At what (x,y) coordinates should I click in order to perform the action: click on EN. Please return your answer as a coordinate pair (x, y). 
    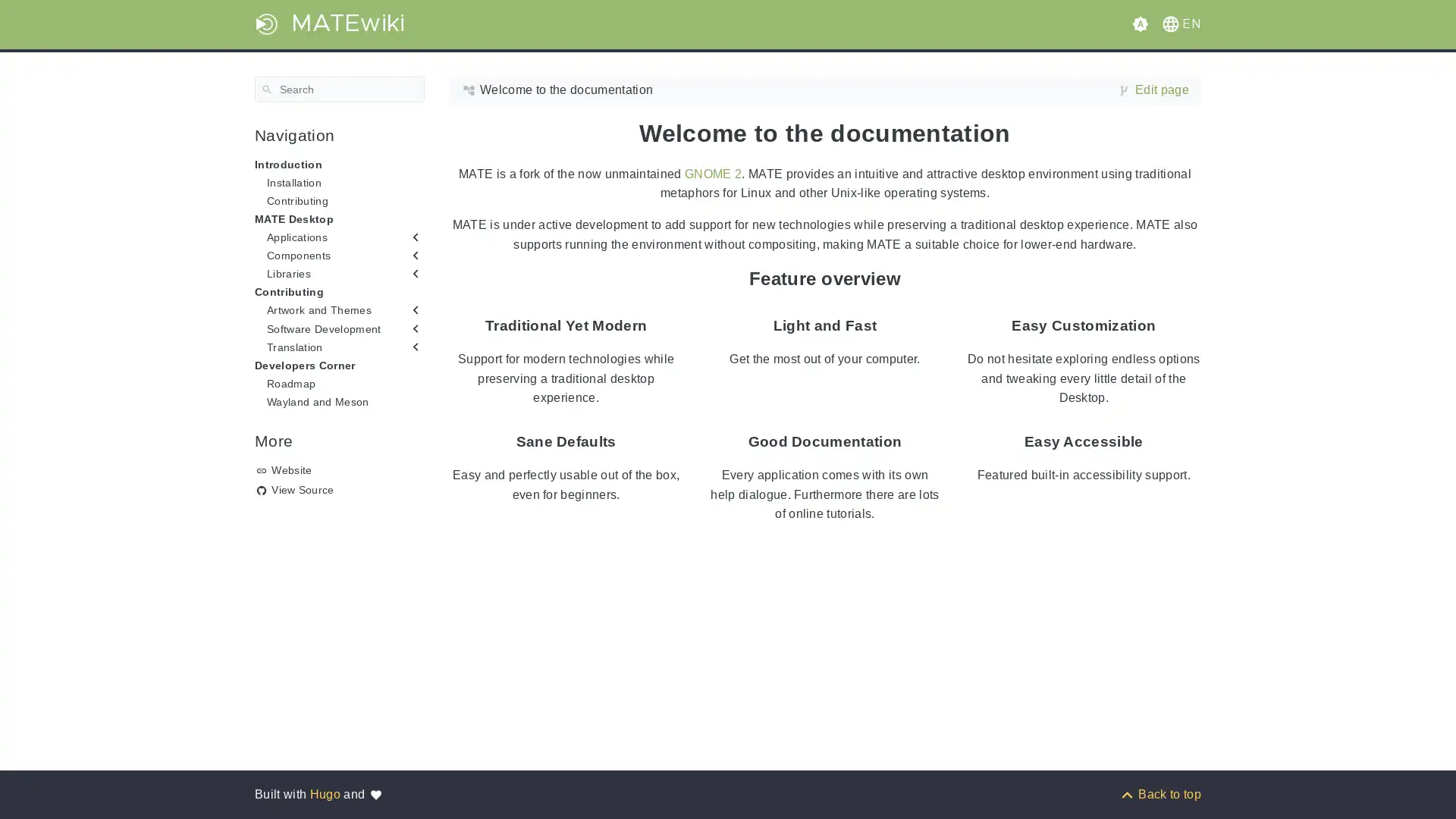
    Looking at the image, I should click on (1178, 24).